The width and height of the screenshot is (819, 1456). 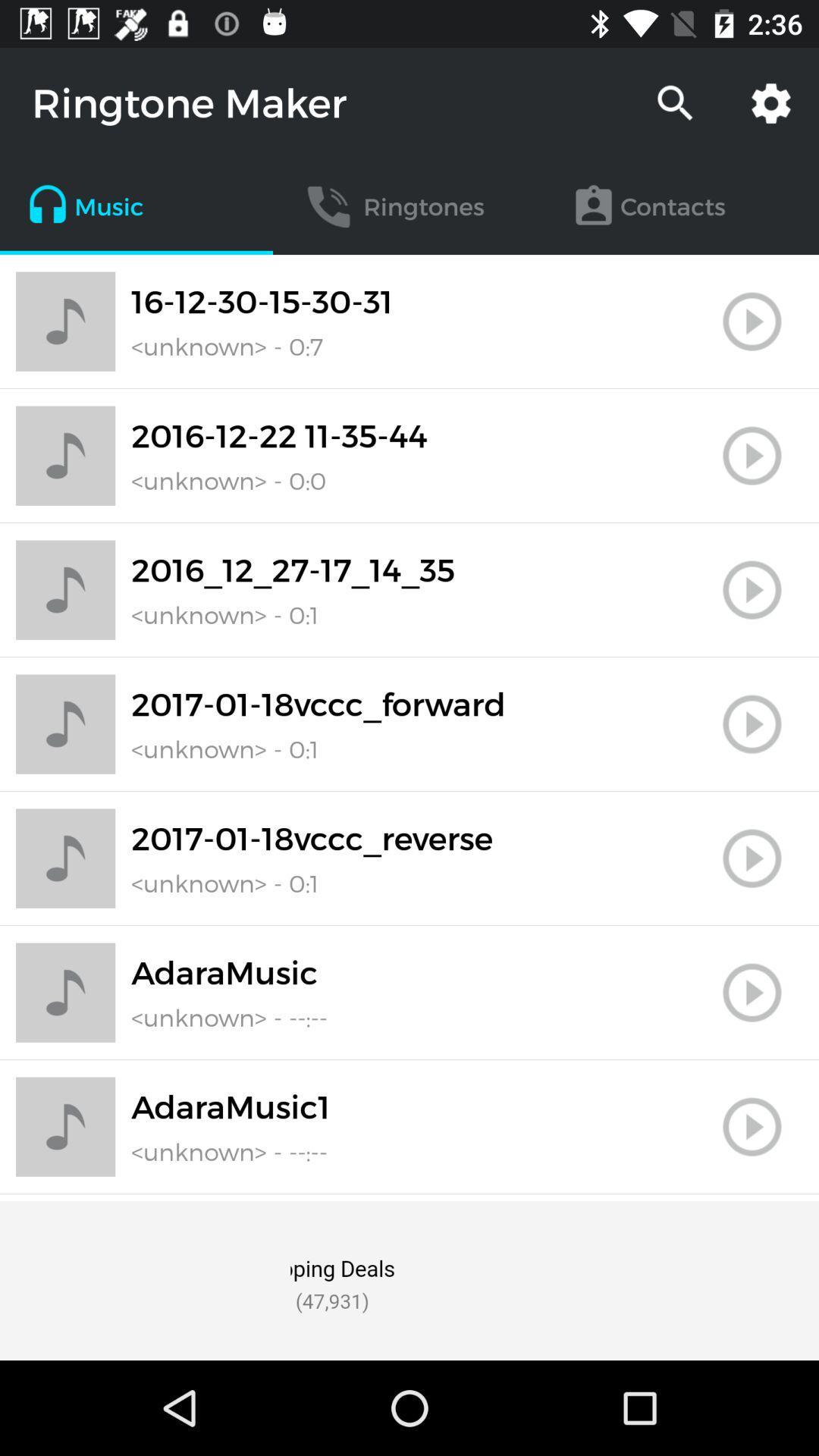 What do you see at coordinates (752, 589) in the screenshot?
I see `play` at bounding box center [752, 589].